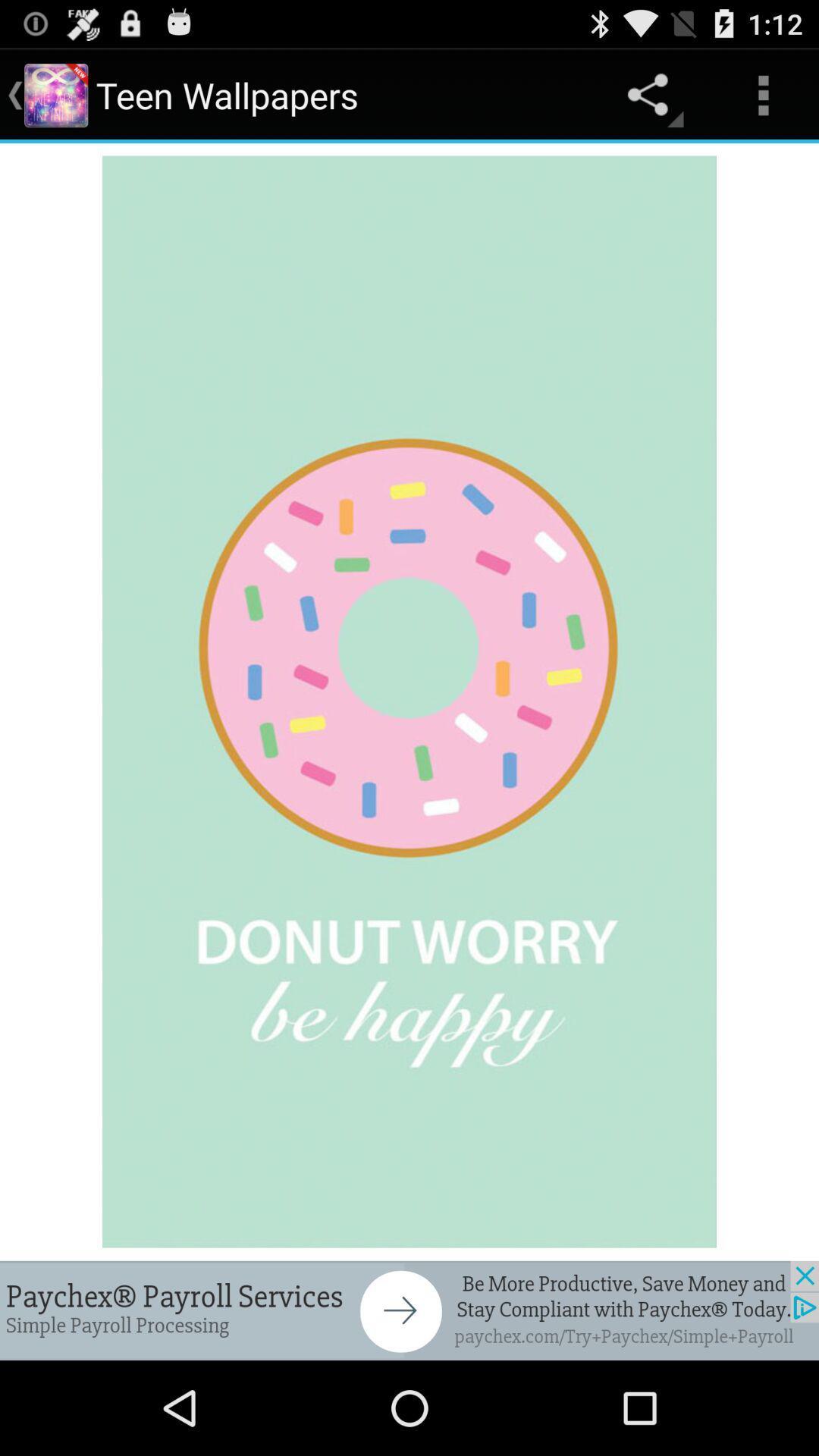  I want to click on paychex app, so click(409, 1310).